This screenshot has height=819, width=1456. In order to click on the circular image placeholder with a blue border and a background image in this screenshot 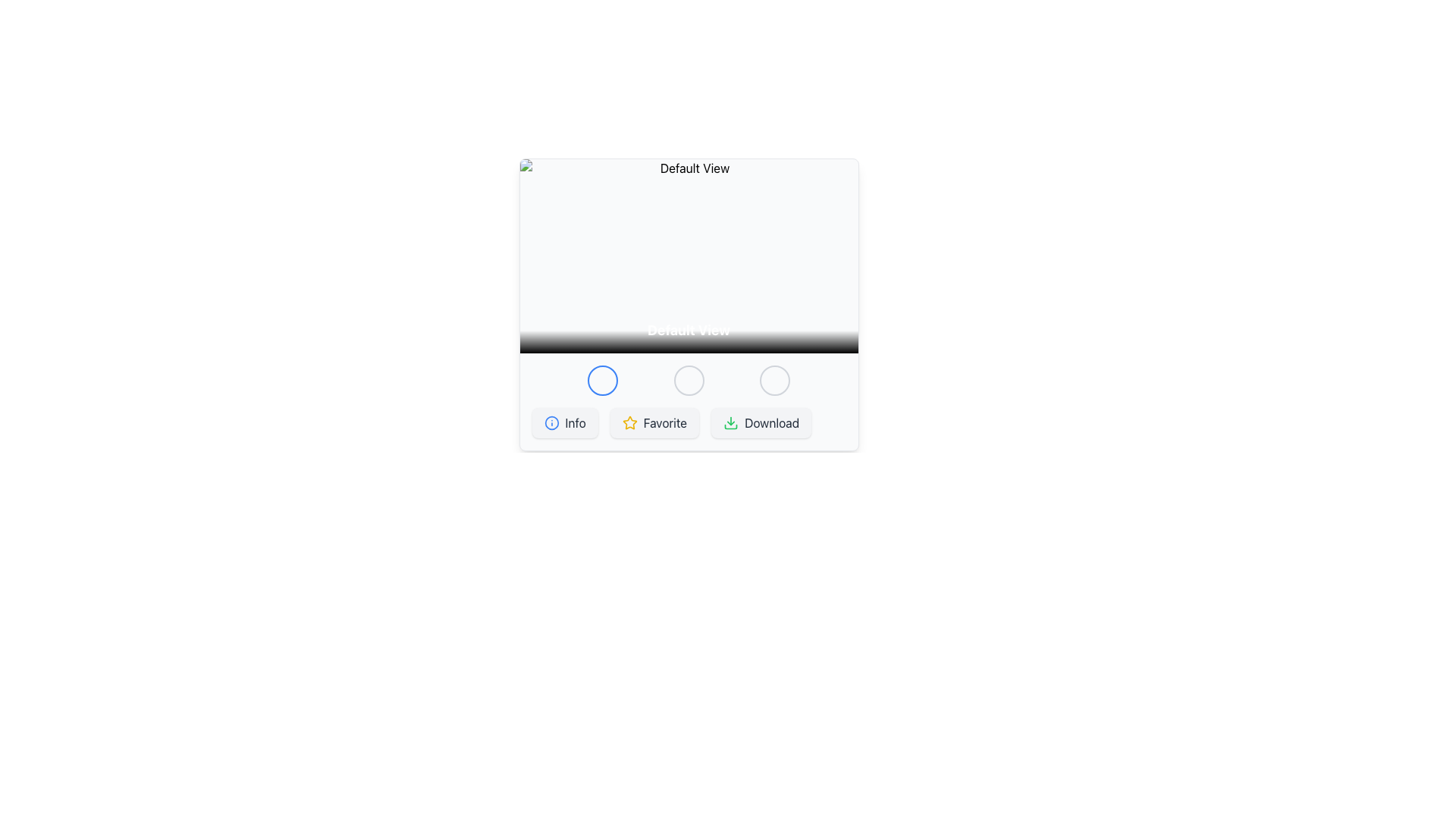, I will do `click(602, 379)`.